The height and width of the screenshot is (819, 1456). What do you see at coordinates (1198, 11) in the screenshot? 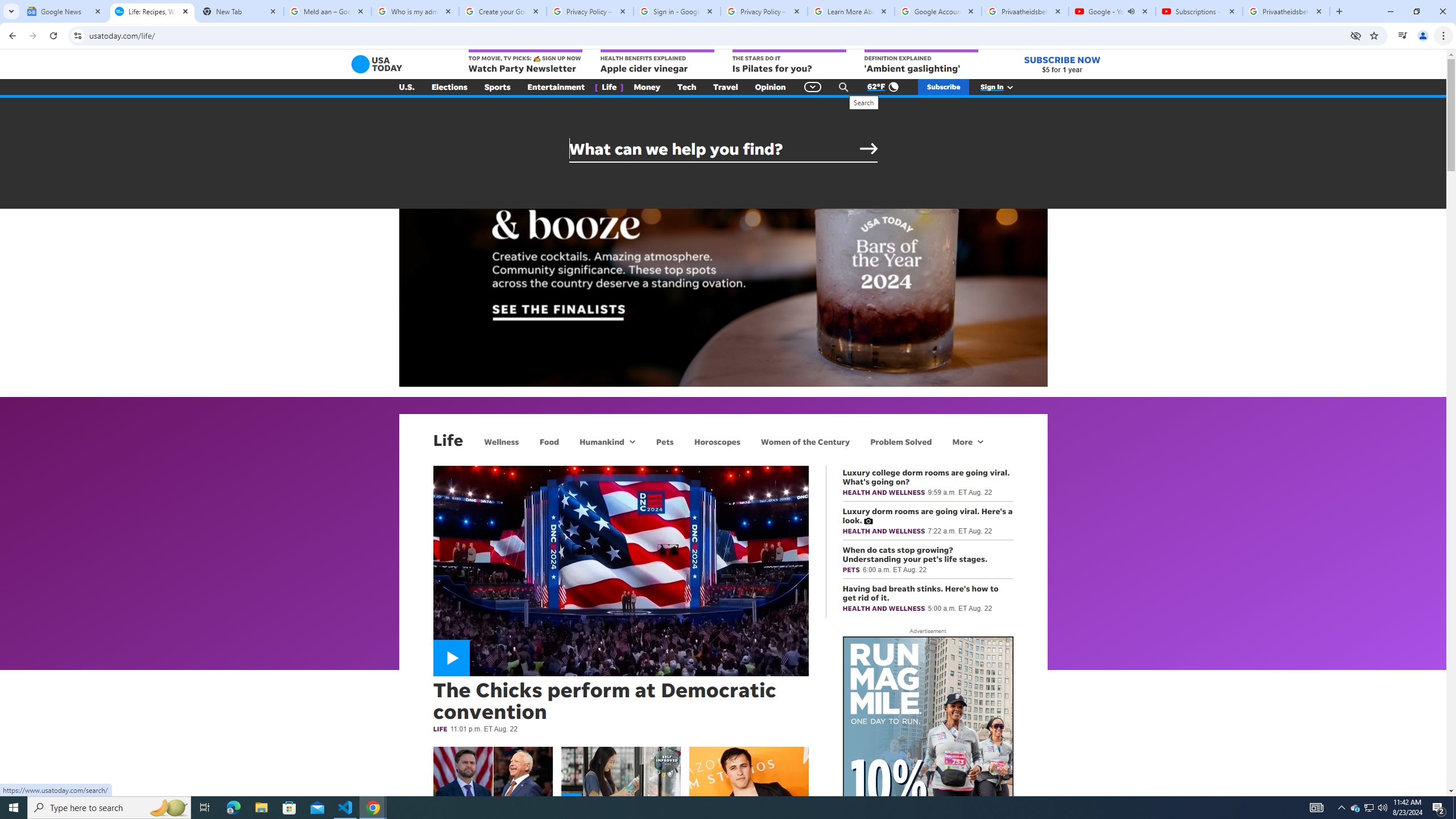
I see `'Subscriptions - YouTube'` at bounding box center [1198, 11].